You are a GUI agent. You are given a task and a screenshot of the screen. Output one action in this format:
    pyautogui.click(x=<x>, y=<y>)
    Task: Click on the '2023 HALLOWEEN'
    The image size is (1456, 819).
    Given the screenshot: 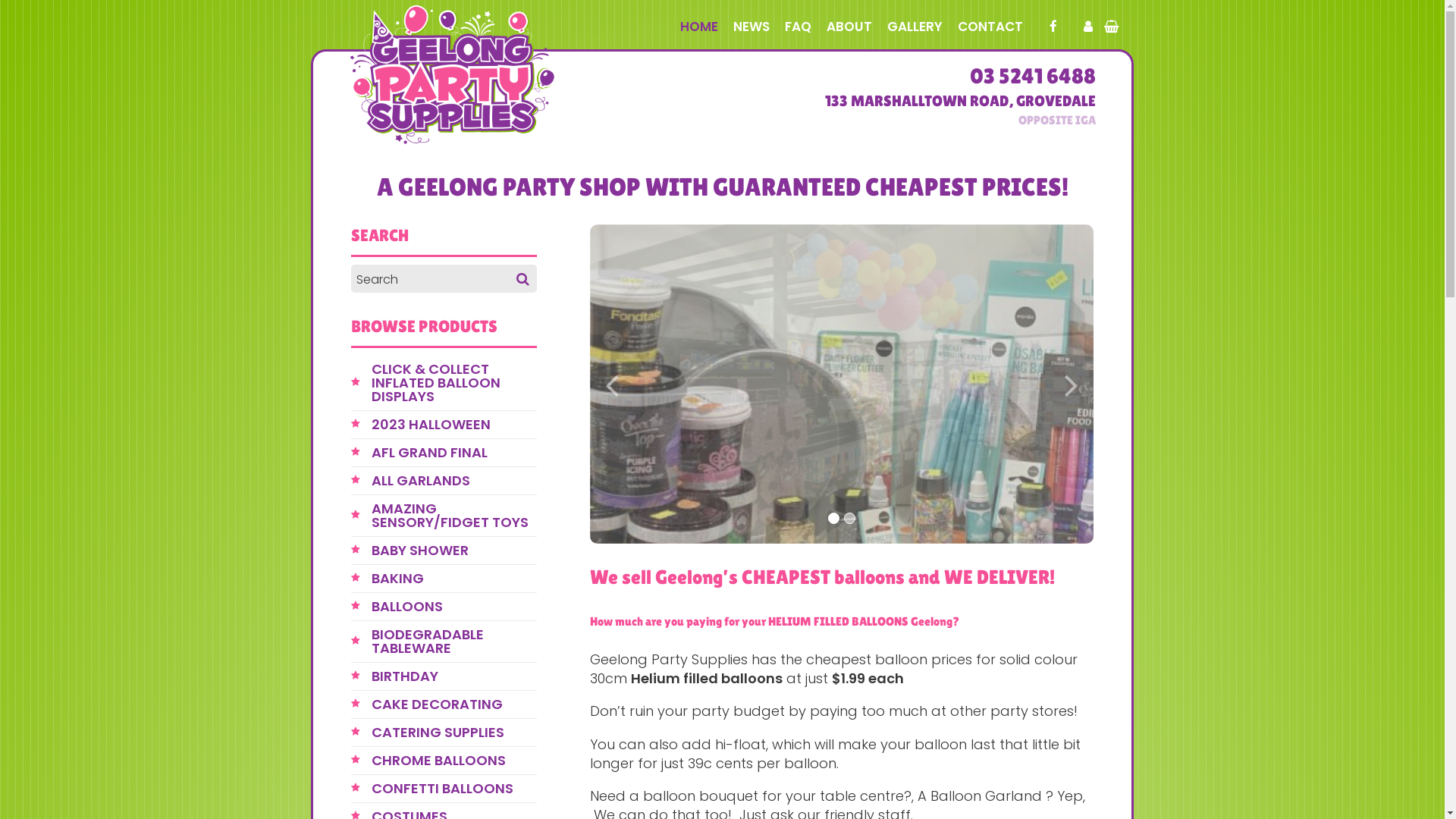 What is the action you would take?
    pyautogui.click(x=453, y=424)
    